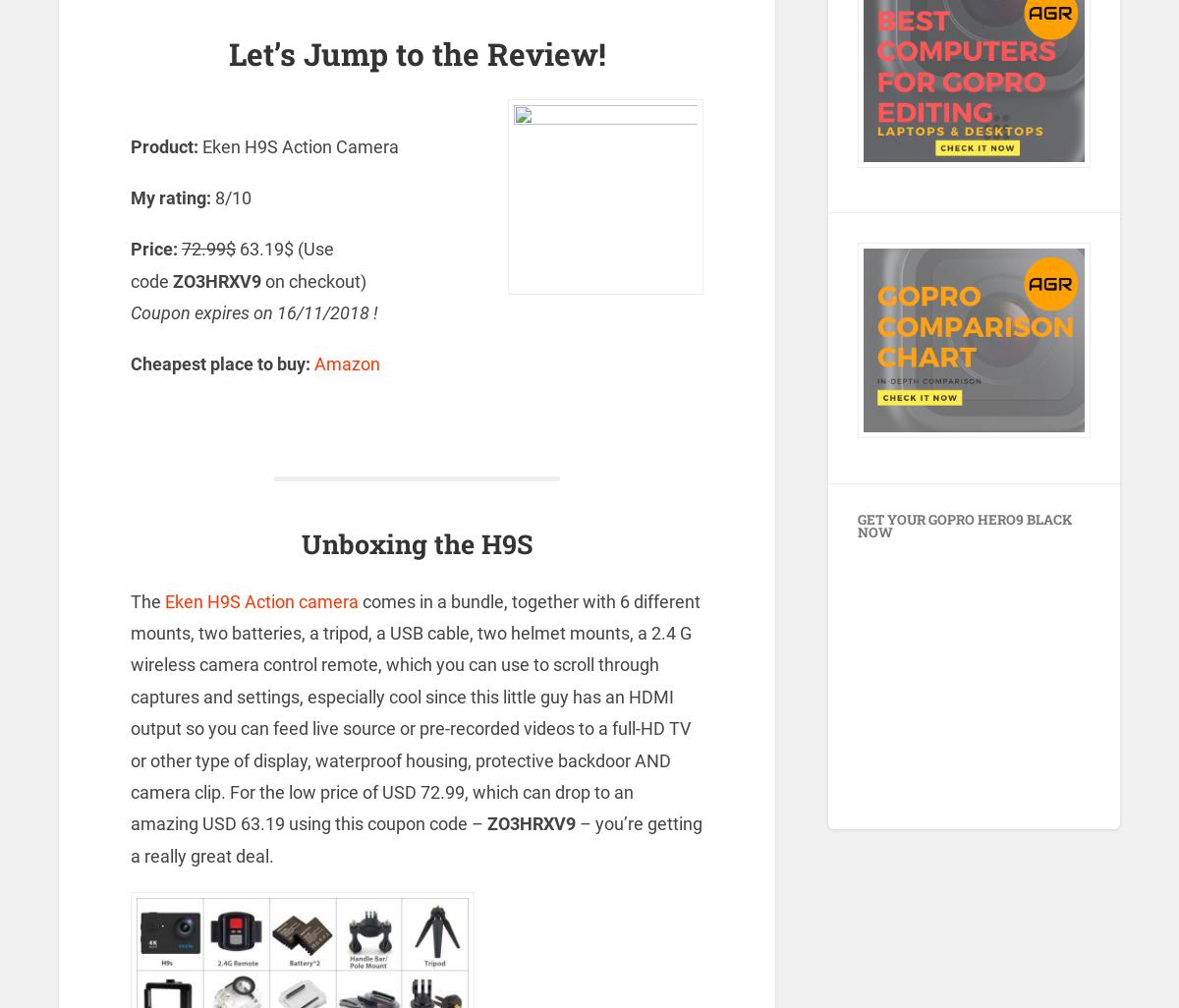 The height and width of the screenshot is (1008, 1179). Describe the element at coordinates (253, 311) in the screenshot. I see `'Coupon expires on 16/11/2018 !'` at that location.